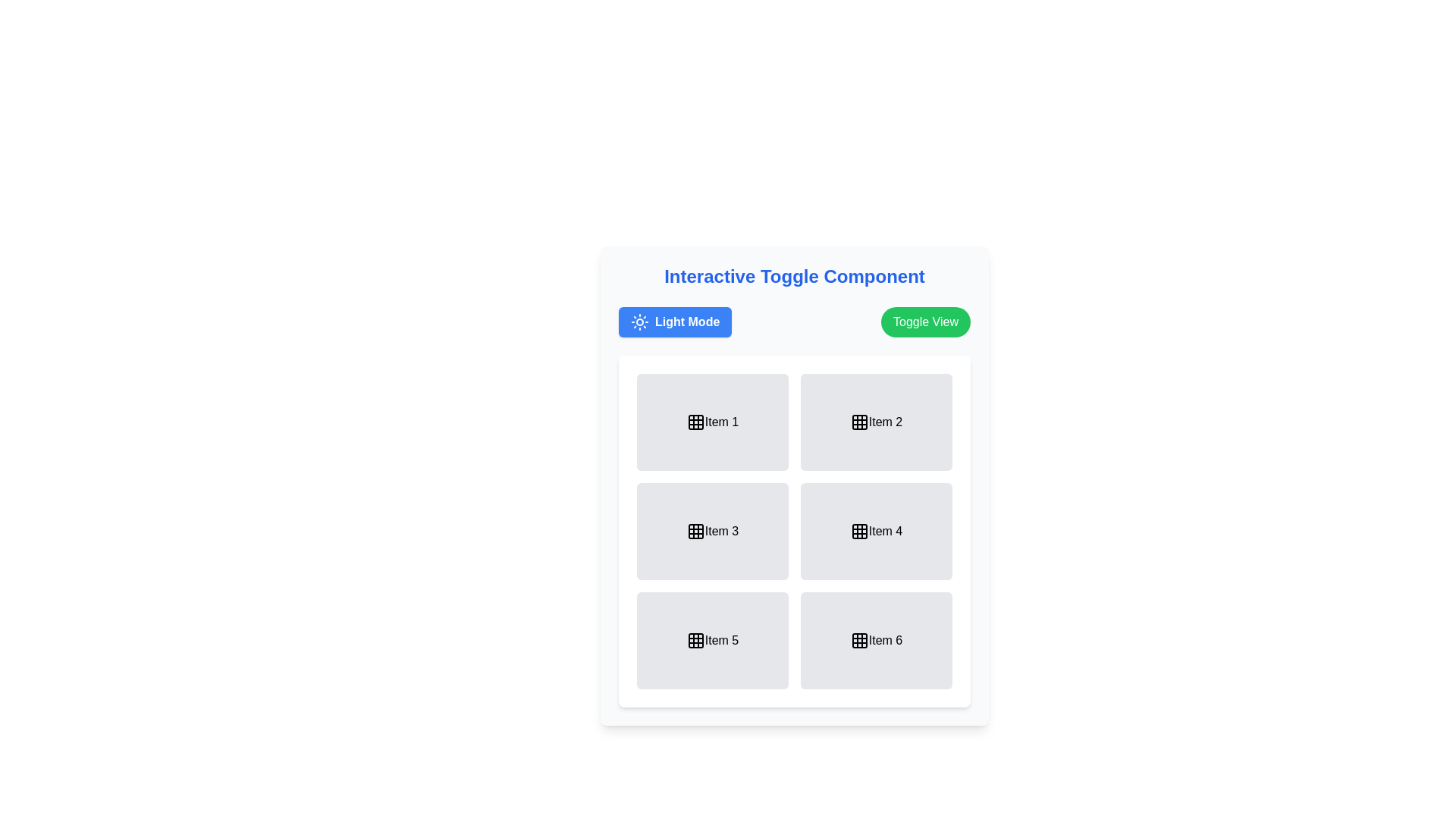 The width and height of the screenshot is (1456, 819). I want to click on the grid icon located in the top row, second from the left, so click(858, 422).